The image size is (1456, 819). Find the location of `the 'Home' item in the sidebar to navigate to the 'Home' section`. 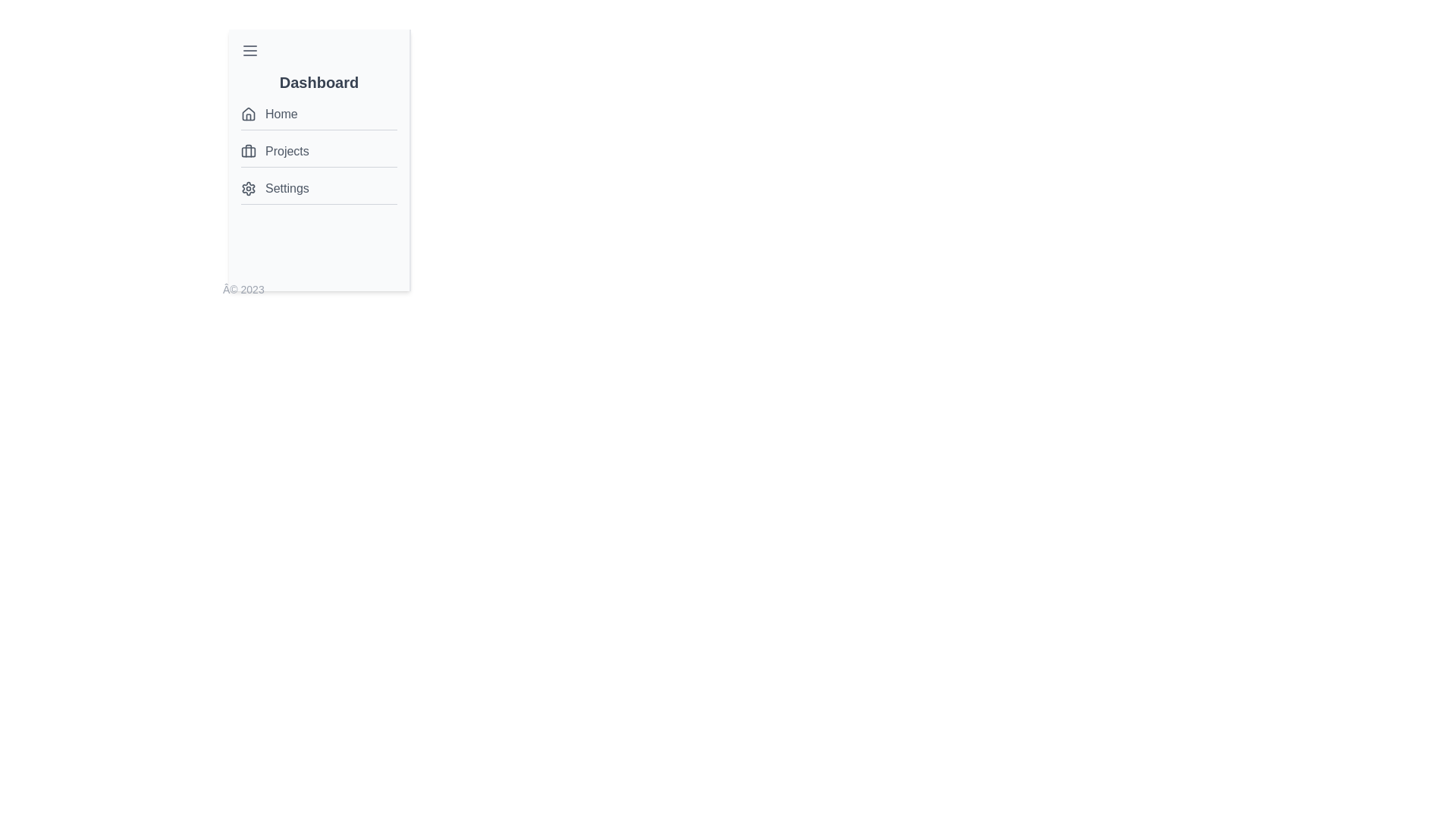

the 'Home' item in the sidebar to navigate to the 'Home' section is located at coordinates (318, 113).